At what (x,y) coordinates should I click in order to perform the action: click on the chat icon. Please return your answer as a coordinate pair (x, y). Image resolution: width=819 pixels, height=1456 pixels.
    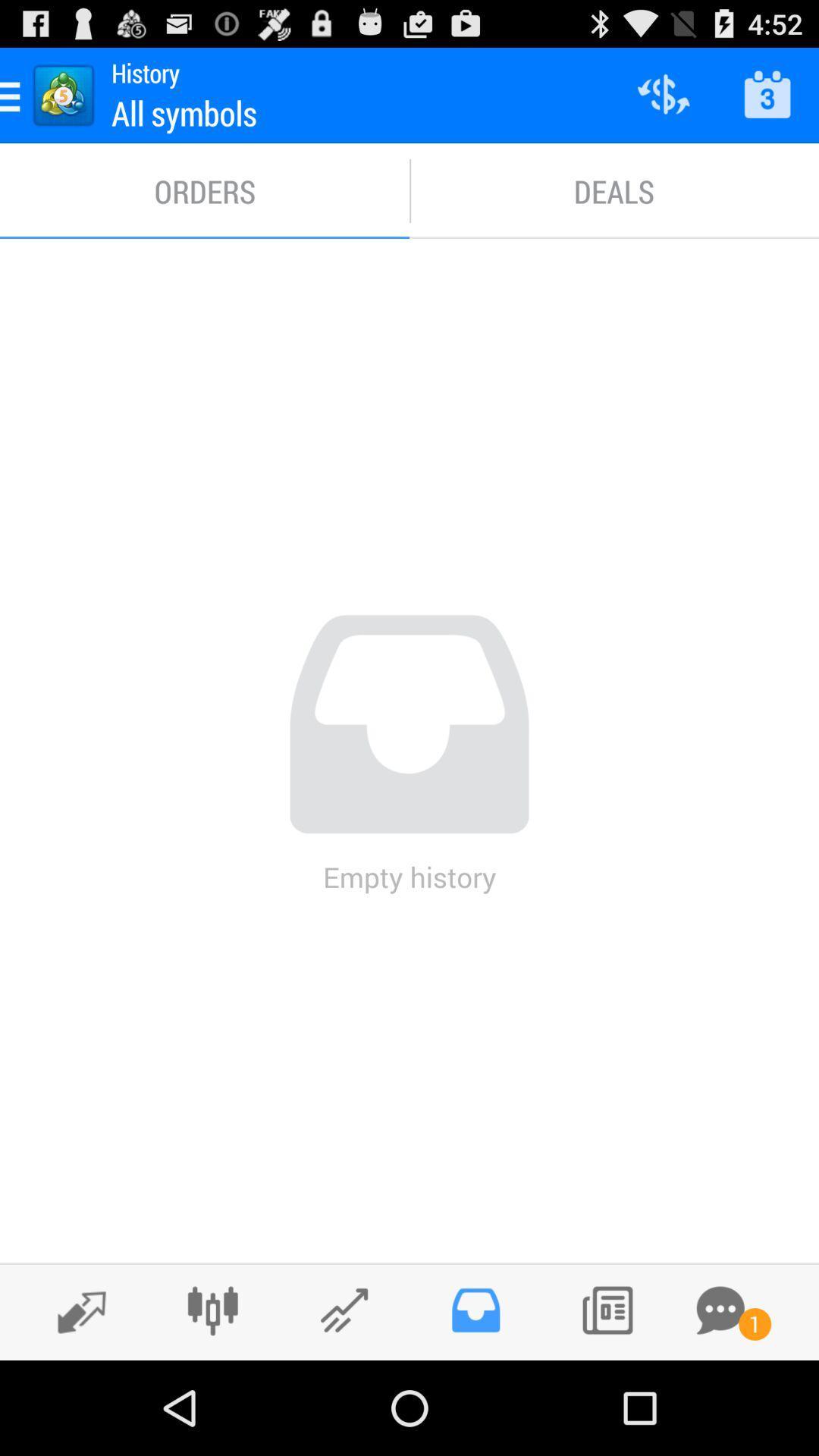
    Looking at the image, I should click on (720, 1401).